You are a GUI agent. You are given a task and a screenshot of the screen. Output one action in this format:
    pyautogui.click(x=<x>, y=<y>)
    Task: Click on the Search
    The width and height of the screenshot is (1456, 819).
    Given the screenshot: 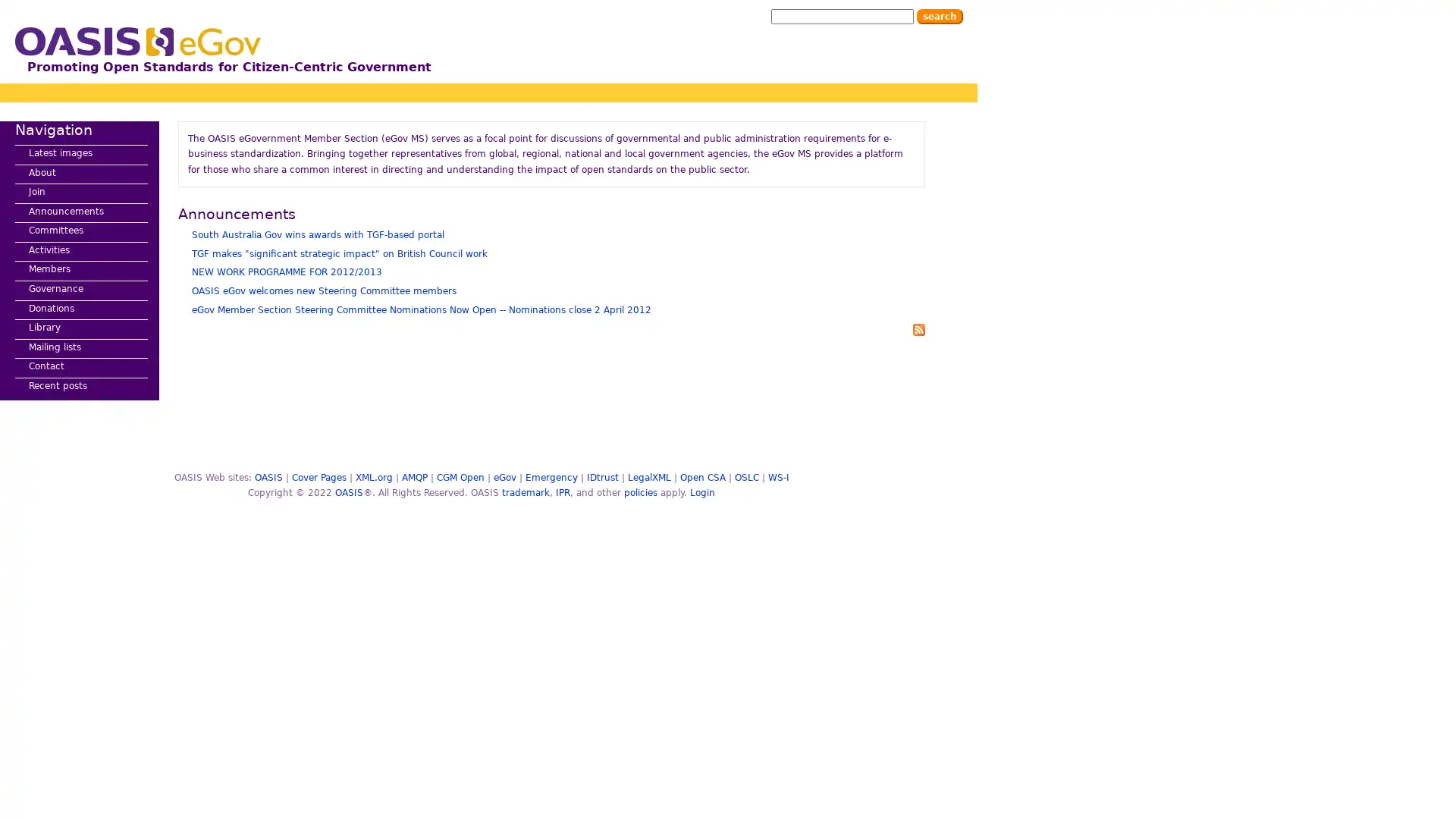 What is the action you would take?
    pyautogui.click(x=939, y=17)
    